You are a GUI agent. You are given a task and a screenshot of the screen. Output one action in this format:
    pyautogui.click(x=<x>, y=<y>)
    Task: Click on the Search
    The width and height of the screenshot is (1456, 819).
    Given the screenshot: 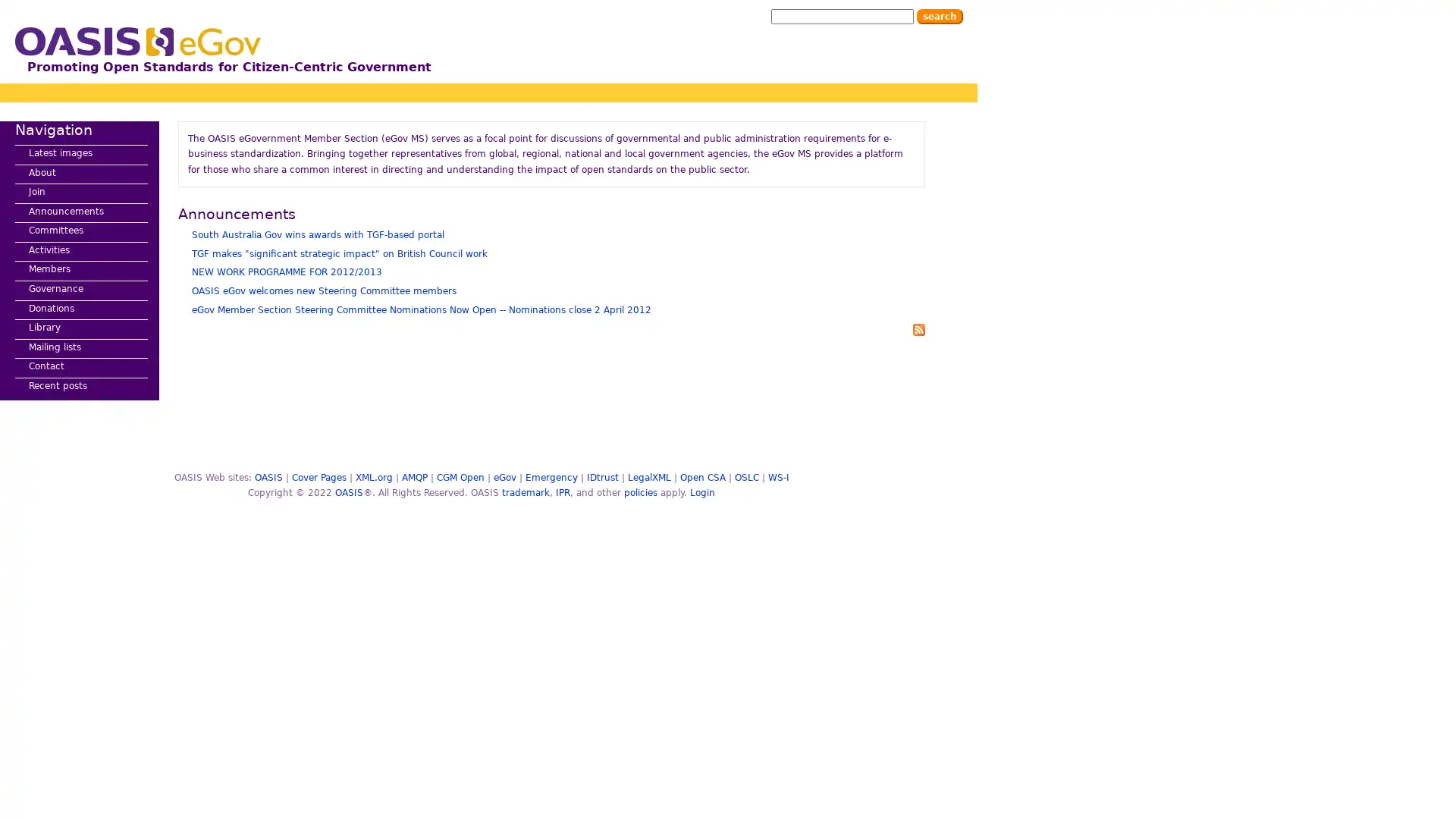 What is the action you would take?
    pyautogui.click(x=939, y=17)
    